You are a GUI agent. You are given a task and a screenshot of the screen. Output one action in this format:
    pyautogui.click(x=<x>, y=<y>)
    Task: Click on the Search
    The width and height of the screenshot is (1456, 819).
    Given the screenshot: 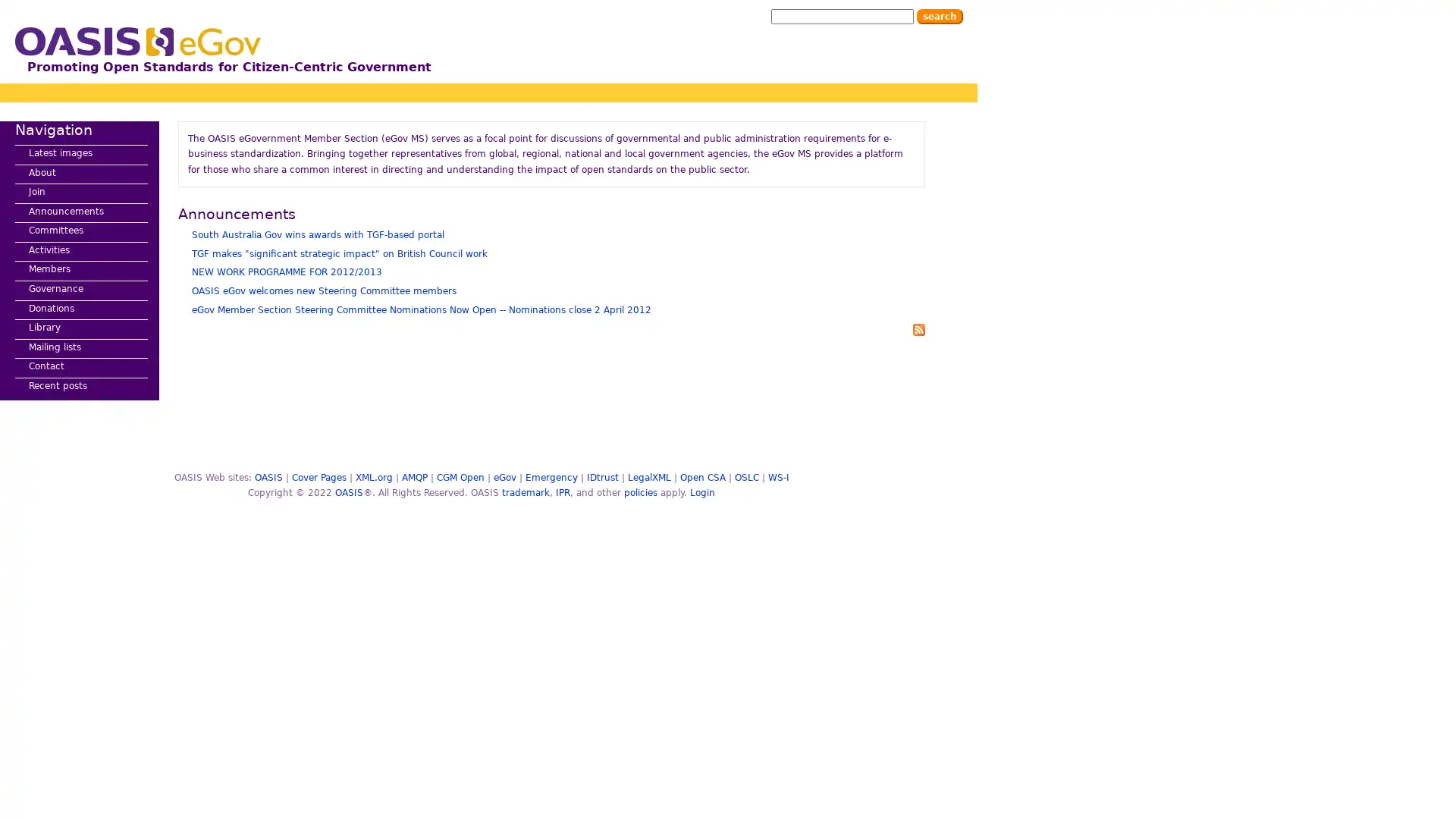 What is the action you would take?
    pyautogui.click(x=939, y=17)
    